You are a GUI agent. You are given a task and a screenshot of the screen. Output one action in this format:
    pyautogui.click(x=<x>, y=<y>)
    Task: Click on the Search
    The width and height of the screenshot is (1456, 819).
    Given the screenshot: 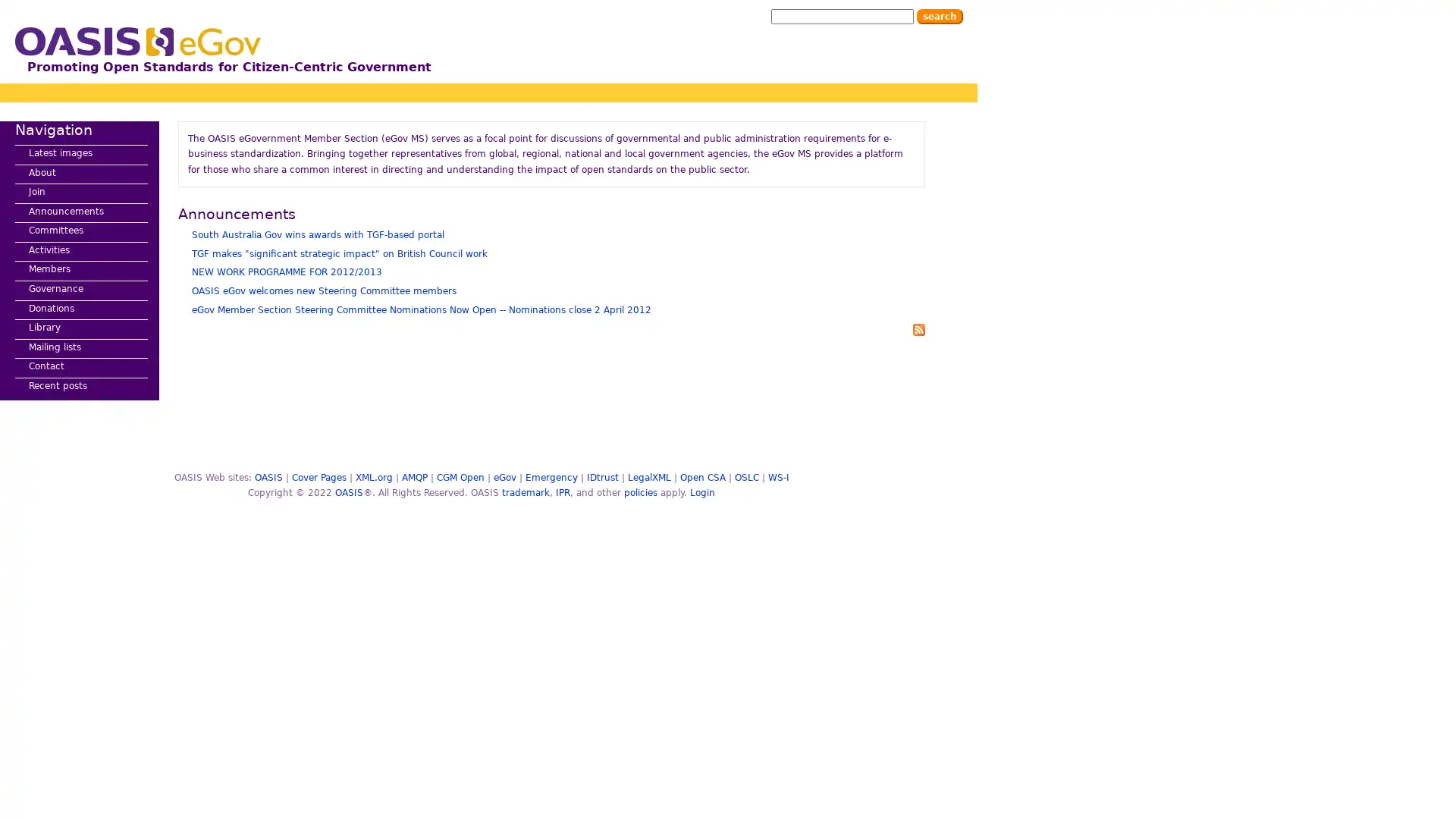 What is the action you would take?
    pyautogui.click(x=939, y=17)
    